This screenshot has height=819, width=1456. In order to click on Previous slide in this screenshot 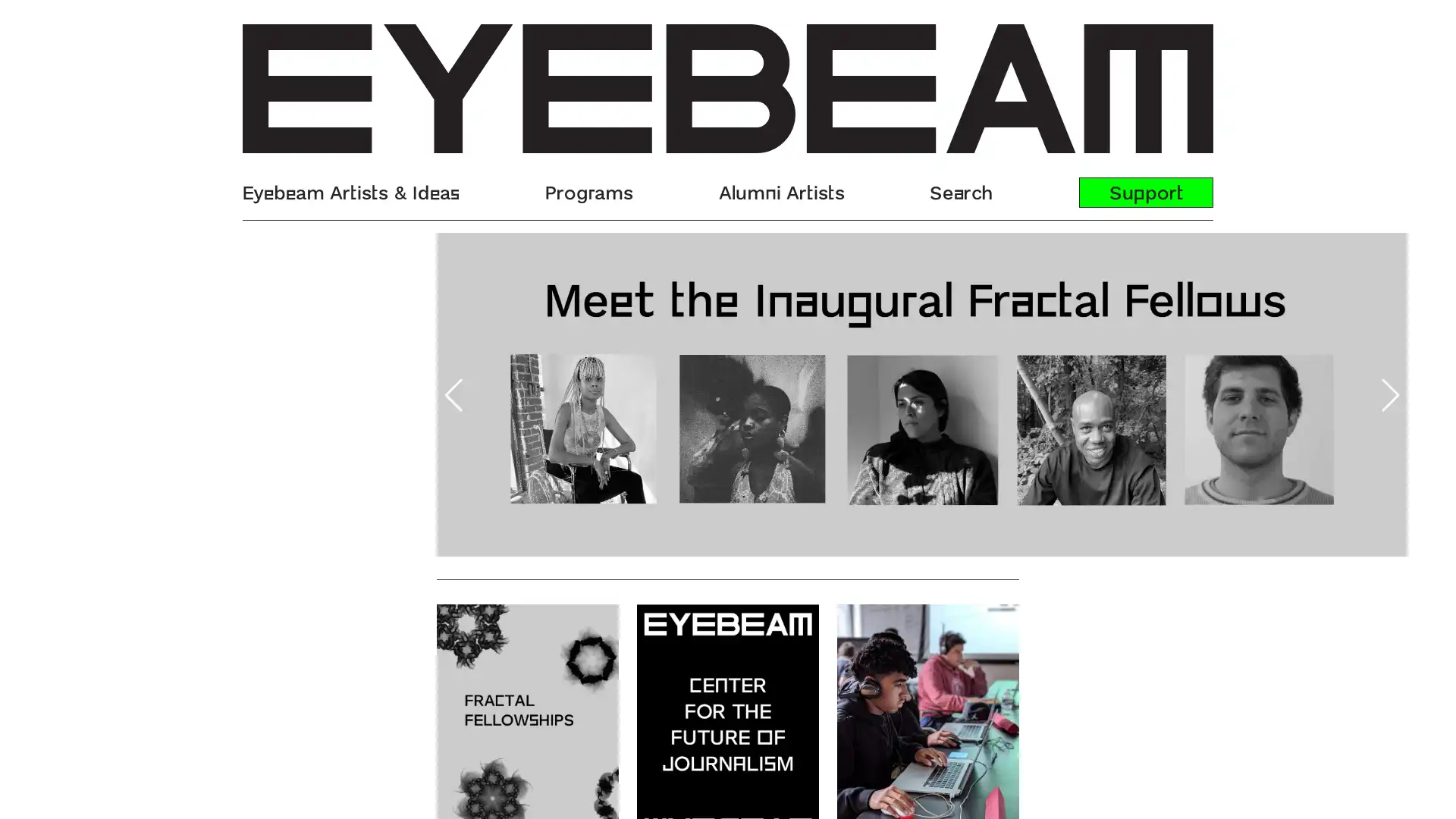, I will do `click(260, 394)`.